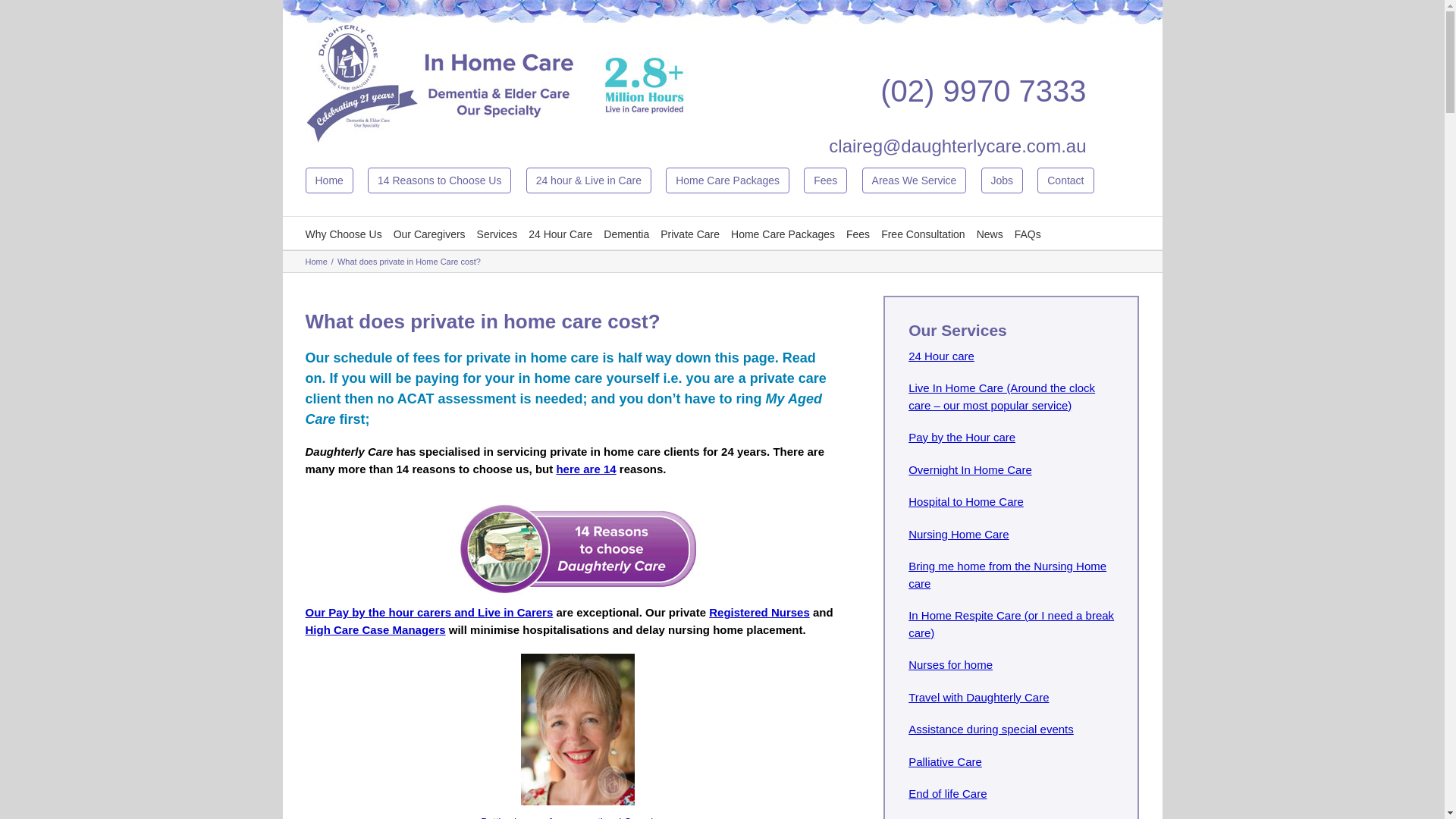 Image resolution: width=1456 pixels, height=819 pixels. What do you see at coordinates (1065, 180) in the screenshot?
I see `'Contact'` at bounding box center [1065, 180].